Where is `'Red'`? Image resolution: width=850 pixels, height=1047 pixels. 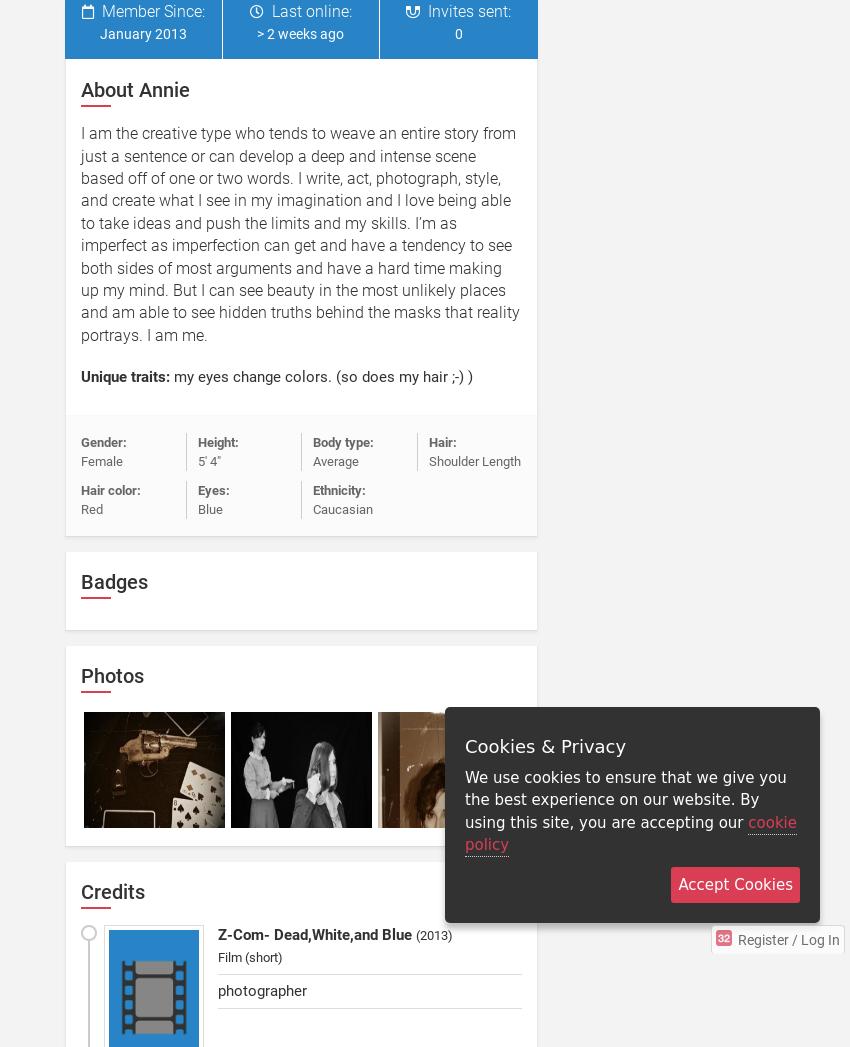 'Red' is located at coordinates (90, 508).